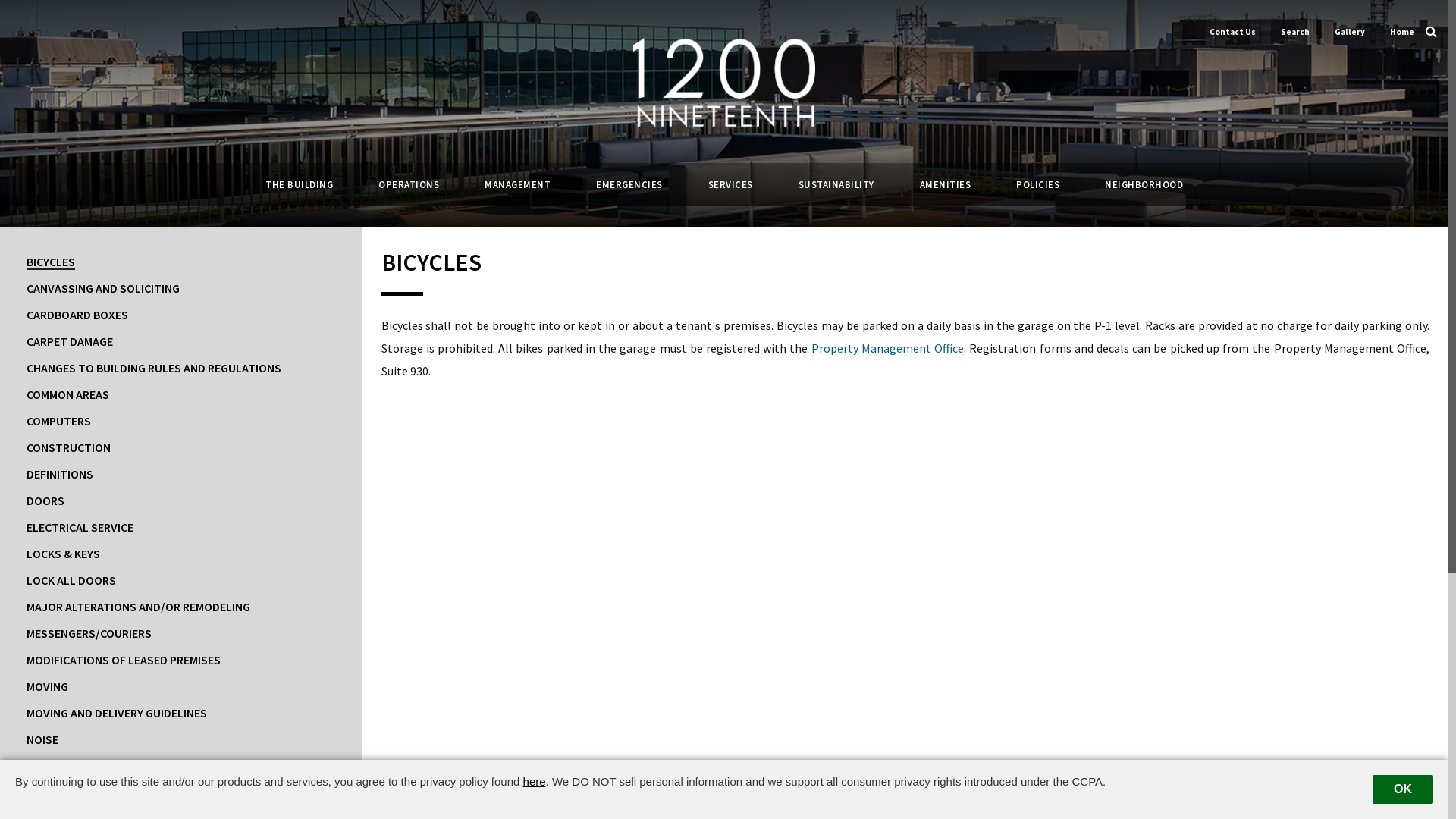  Describe the element at coordinates (1294, 32) in the screenshot. I see `'Search'` at that location.